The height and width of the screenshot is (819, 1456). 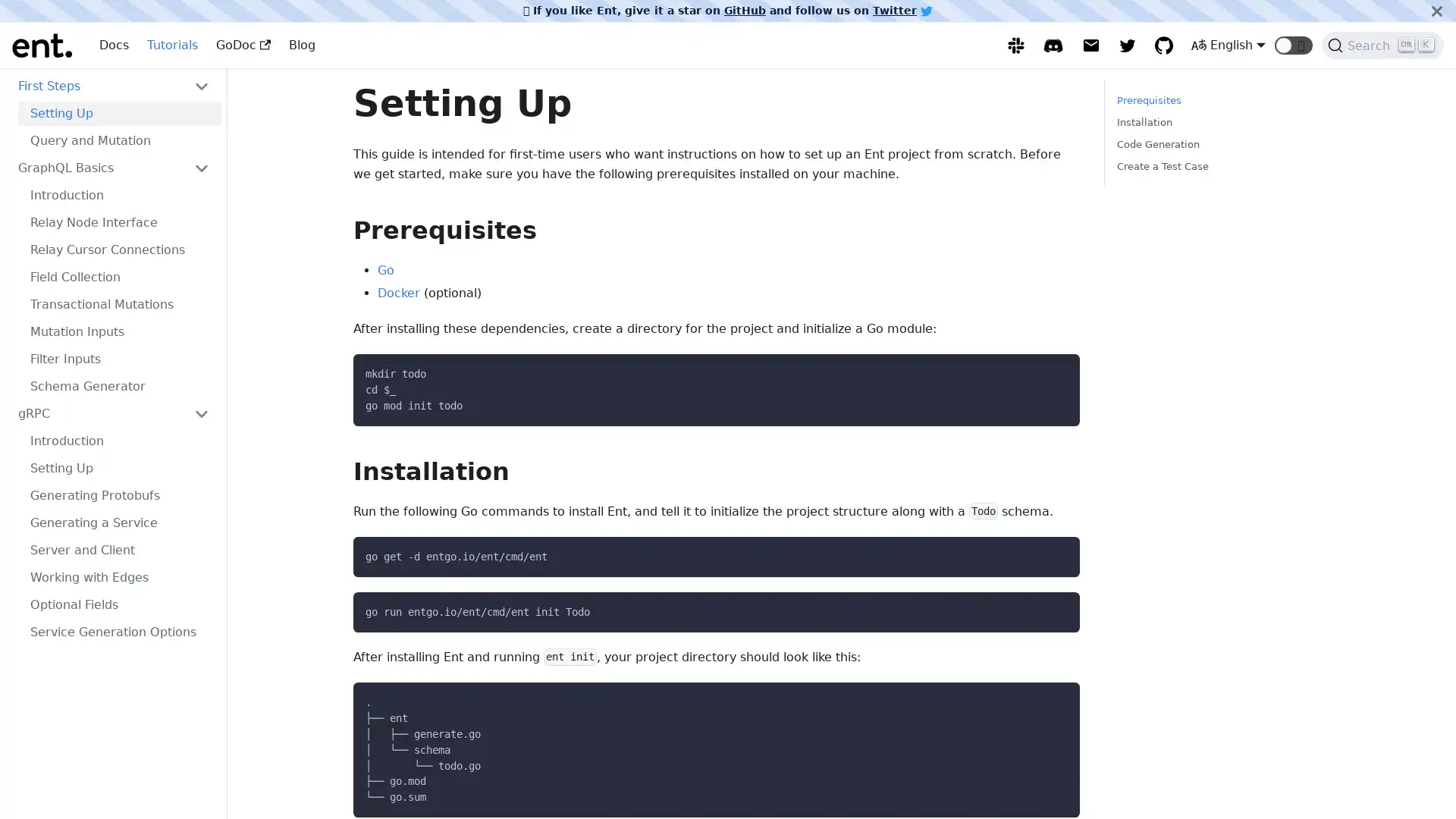 What do you see at coordinates (1054, 553) in the screenshot?
I see `Copy code to clipboard` at bounding box center [1054, 553].